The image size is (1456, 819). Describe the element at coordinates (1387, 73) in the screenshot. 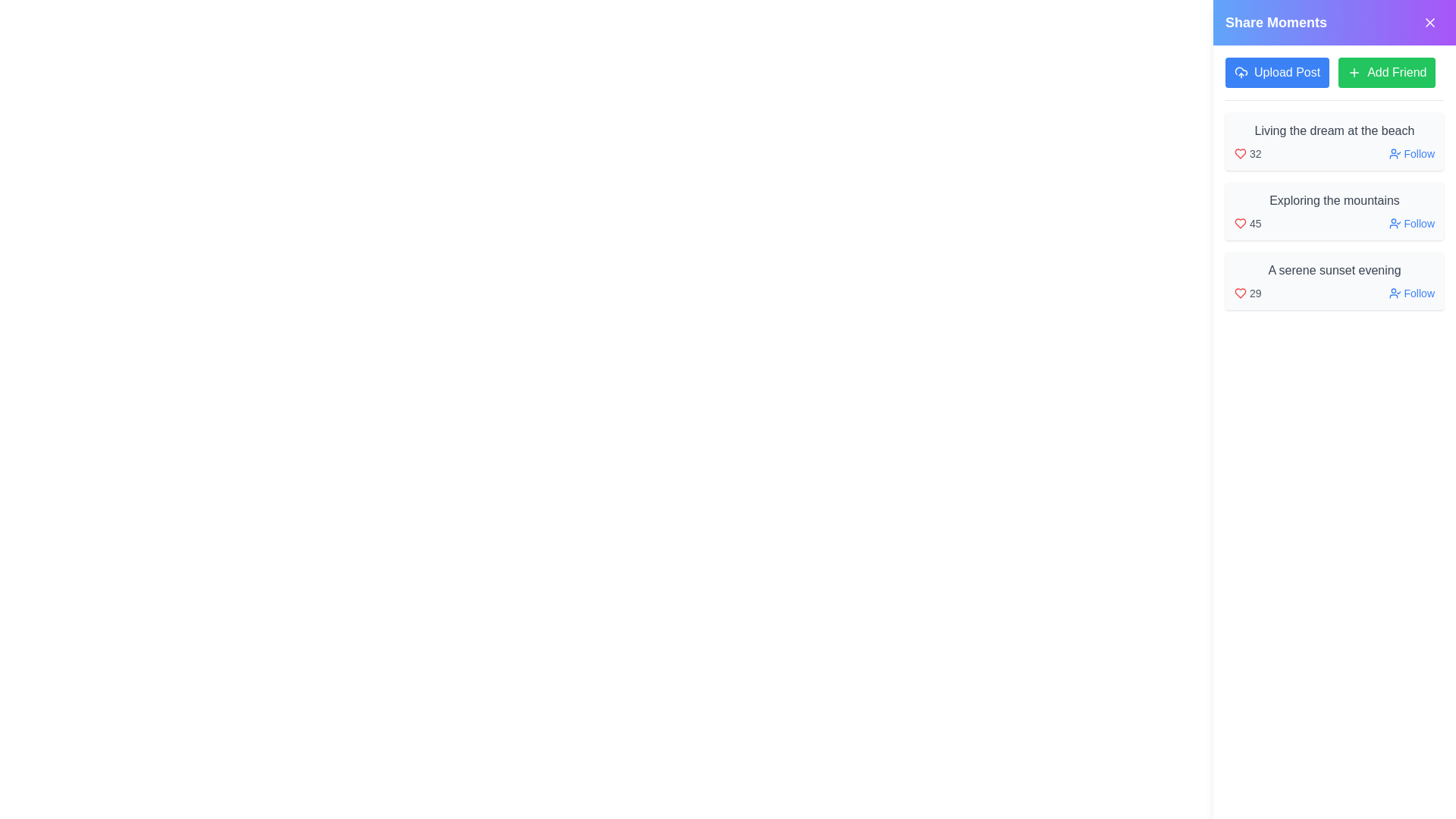

I see `the 'Add Friend' button located in the top section of the vertical panel on the right side of the interface` at that location.